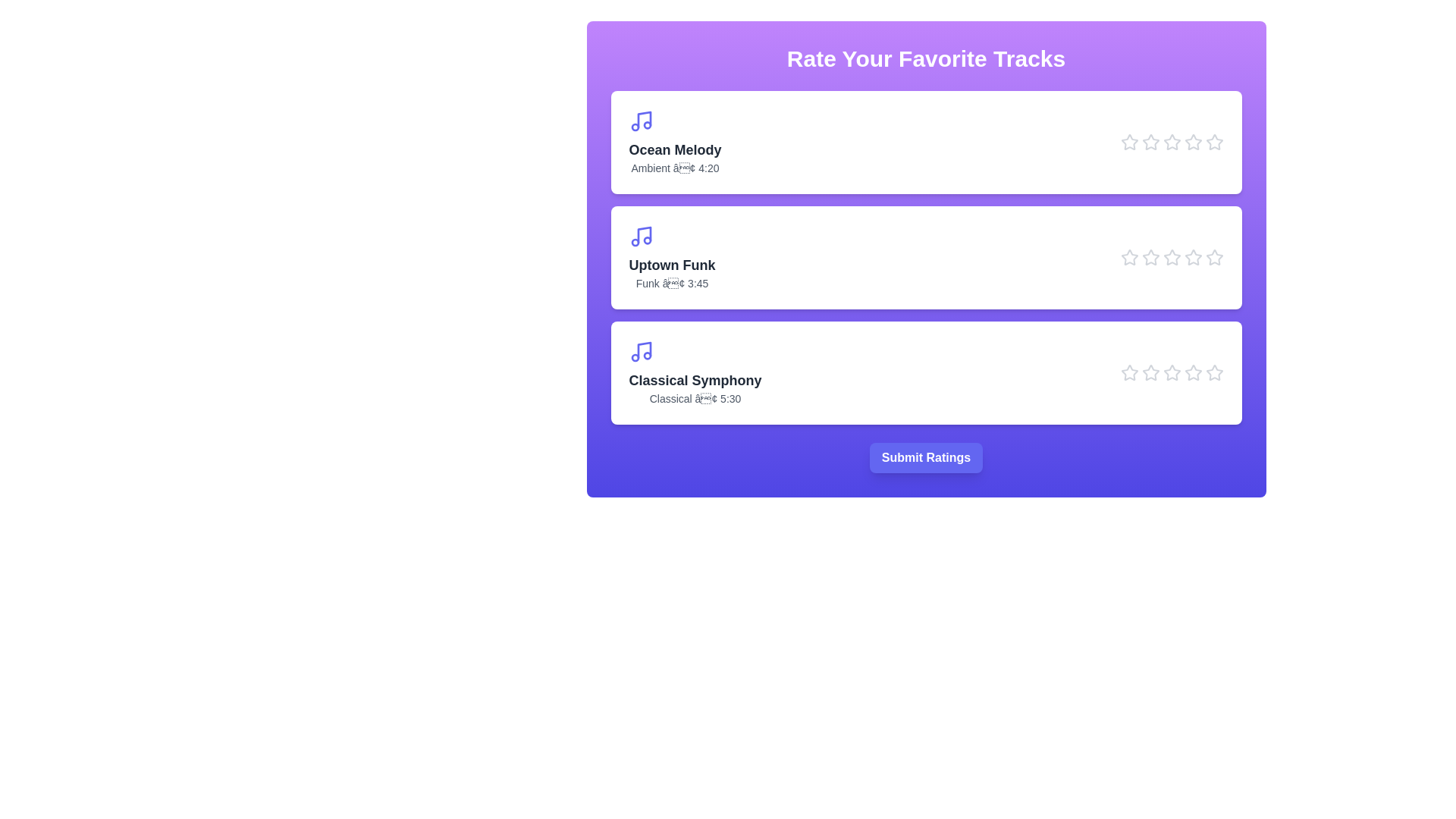  Describe the element at coordinates (1192, 373) in the screenshot. I see `the star icon corresponding to Classical Symphony at 4 stars to preview the rating` at that location.